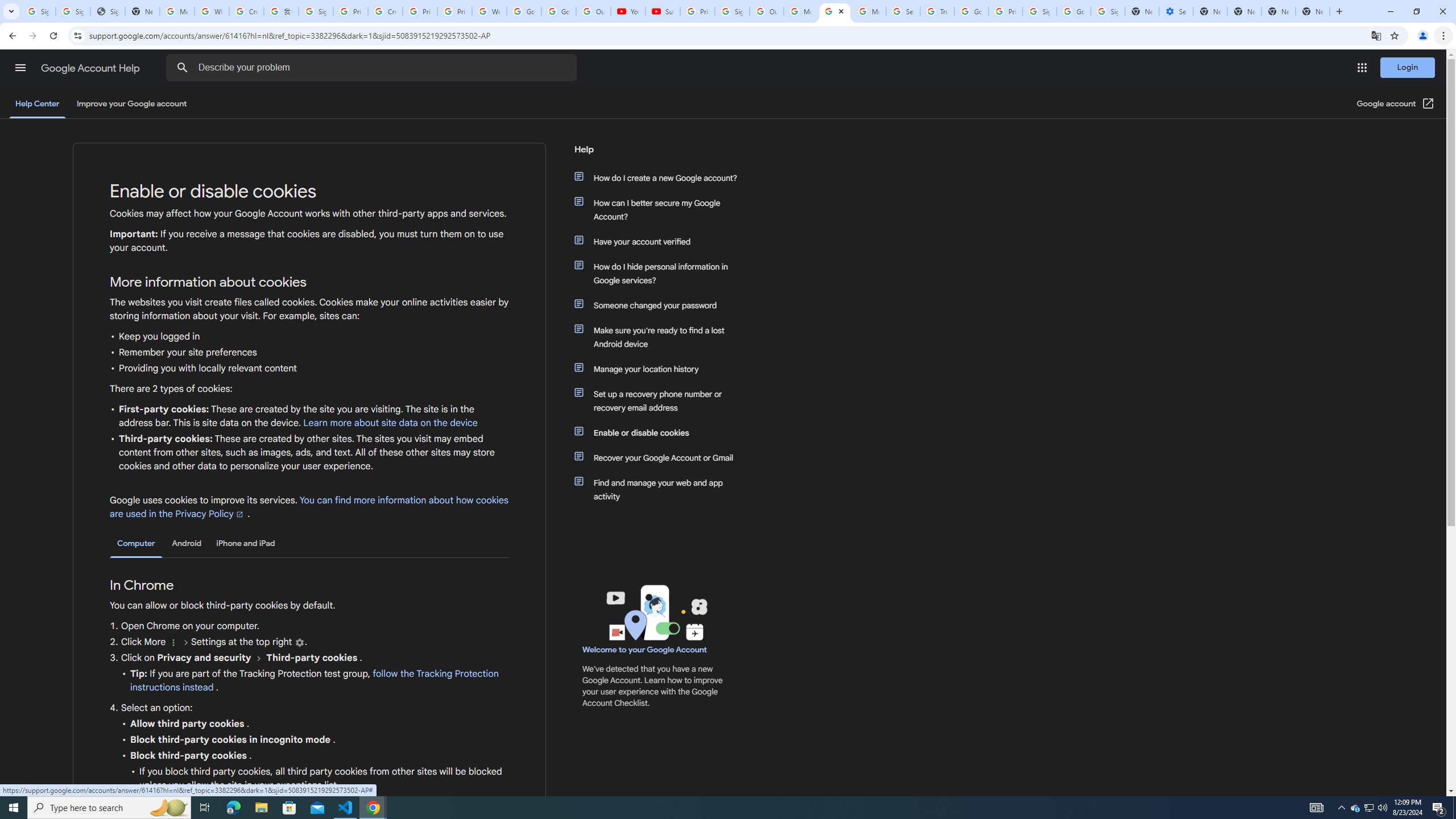 Image resolution: width=1456 pixels, height=819 pixels. What do you see at coordinates (390, 423) in the screenshot?
I see `'Learn more about site data on the device'` at bounding box center [390, 423].